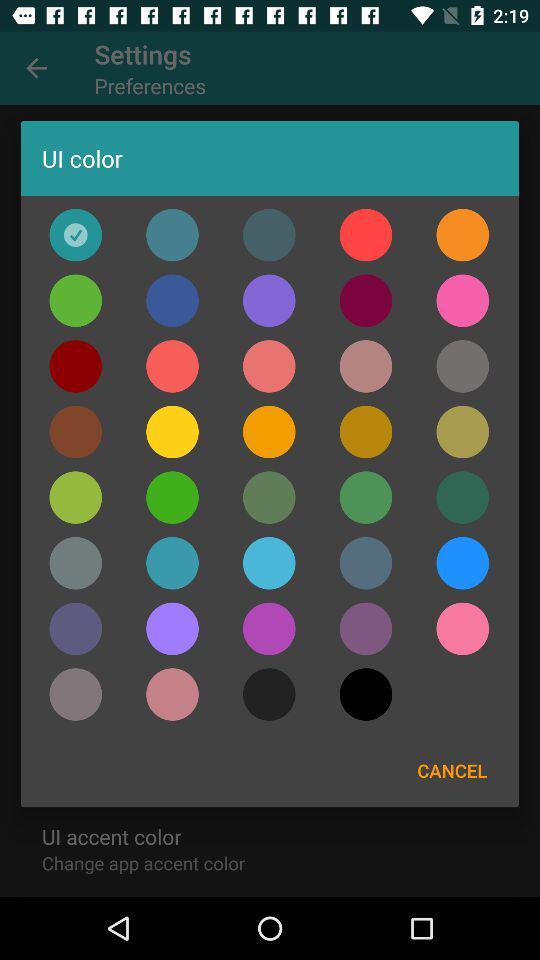 This screenshot has height=960, width=540. What do you see at coordinates (269, 694) in the screenshot?
I see `the icon at the bottom` at bounding box center [269, 694].